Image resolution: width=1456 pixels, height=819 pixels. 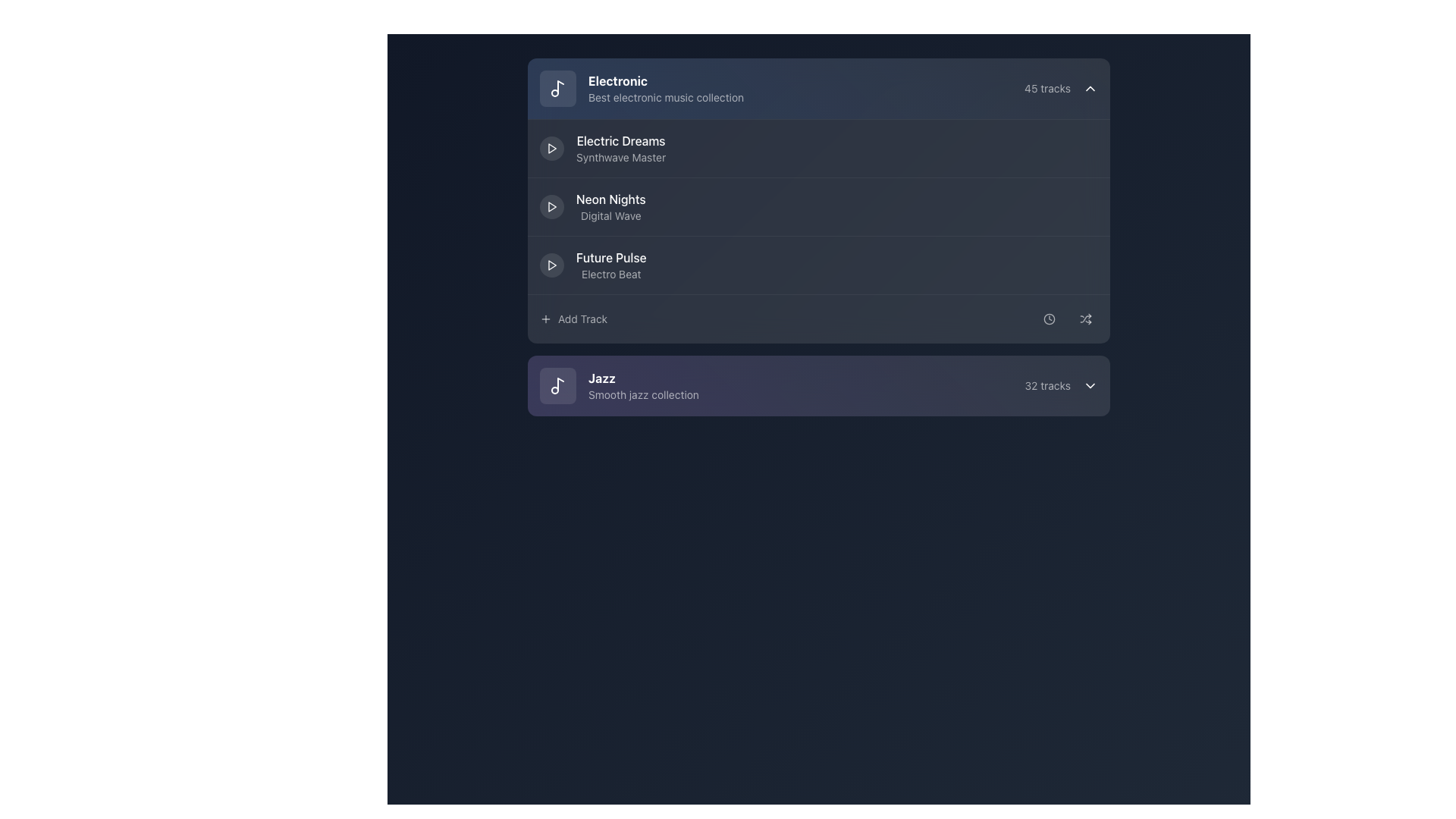 I want to click on the play button located on the left side of the track listing for 'Future Pulse' in the 'Electronic' music collection to initiate playback of the audio track, so click(x=551, y=265).